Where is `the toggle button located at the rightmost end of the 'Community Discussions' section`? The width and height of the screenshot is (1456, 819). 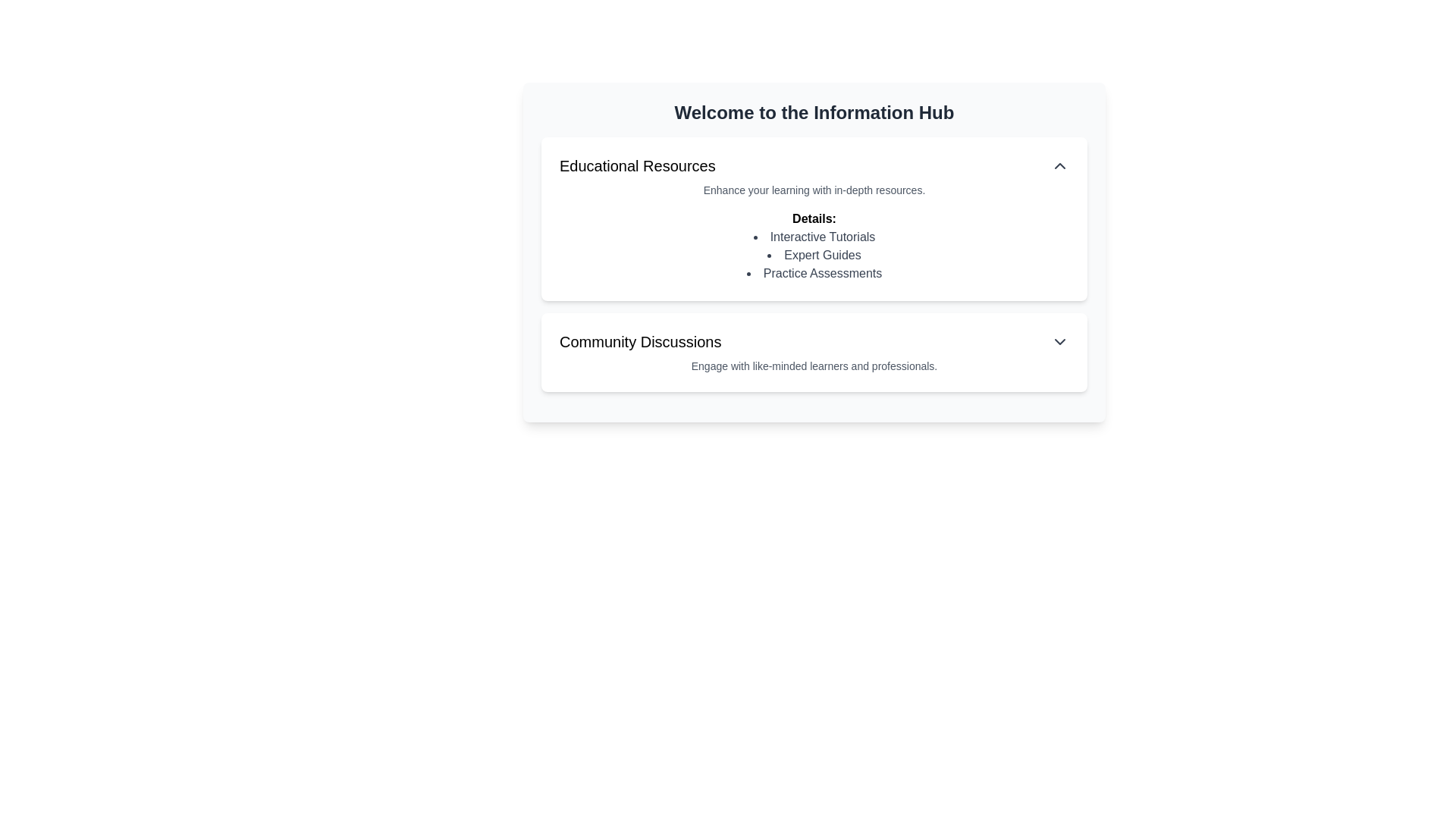 the toggle button located at the rightmost end of the 'Community Discussions' section is located at coordinates (1059, 342).